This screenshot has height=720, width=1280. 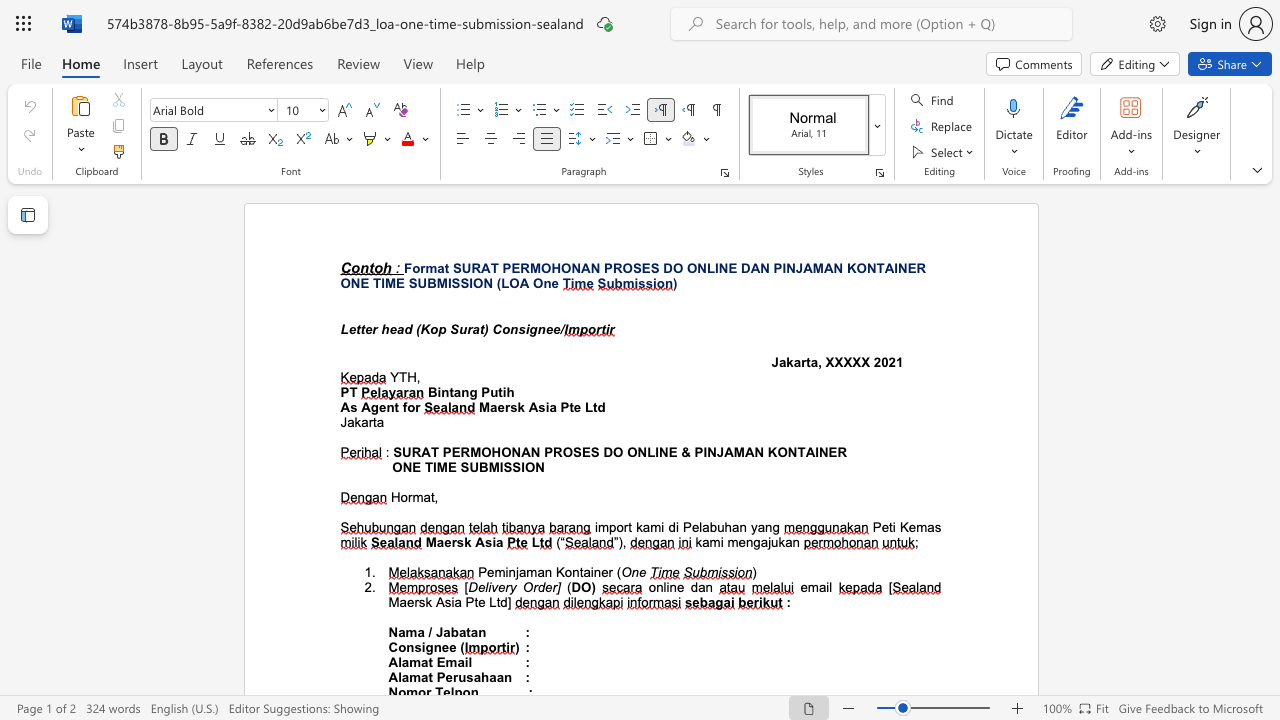 I want to click on the space between the continuous character "a" and "b" in the text, so click(x=709, y=526).